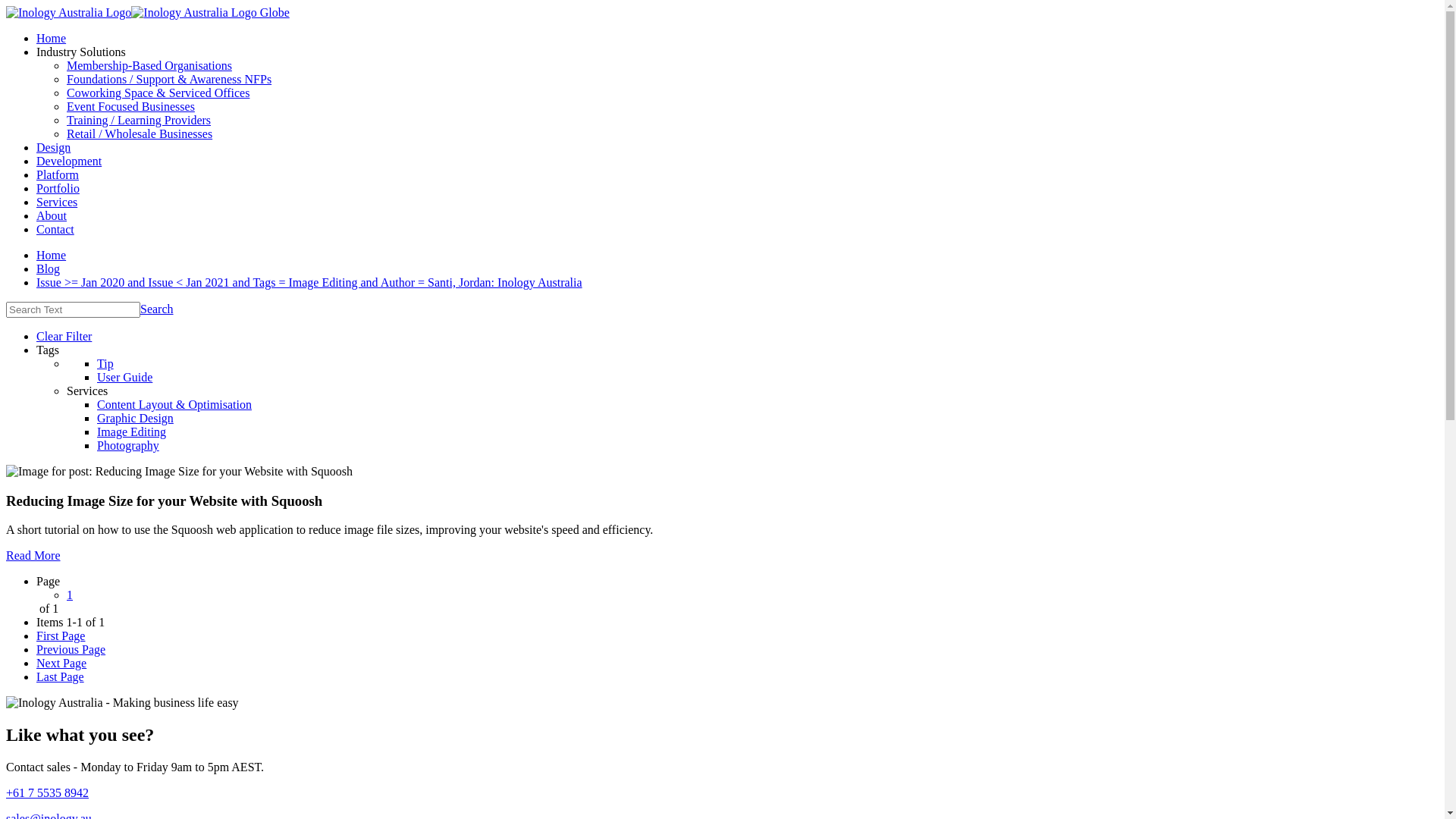  What do you see at coordinates (168, 79) in the screenshot?
I see `'Foundations / Support & Awareness NFPs'` at bounding box center [168, 79].